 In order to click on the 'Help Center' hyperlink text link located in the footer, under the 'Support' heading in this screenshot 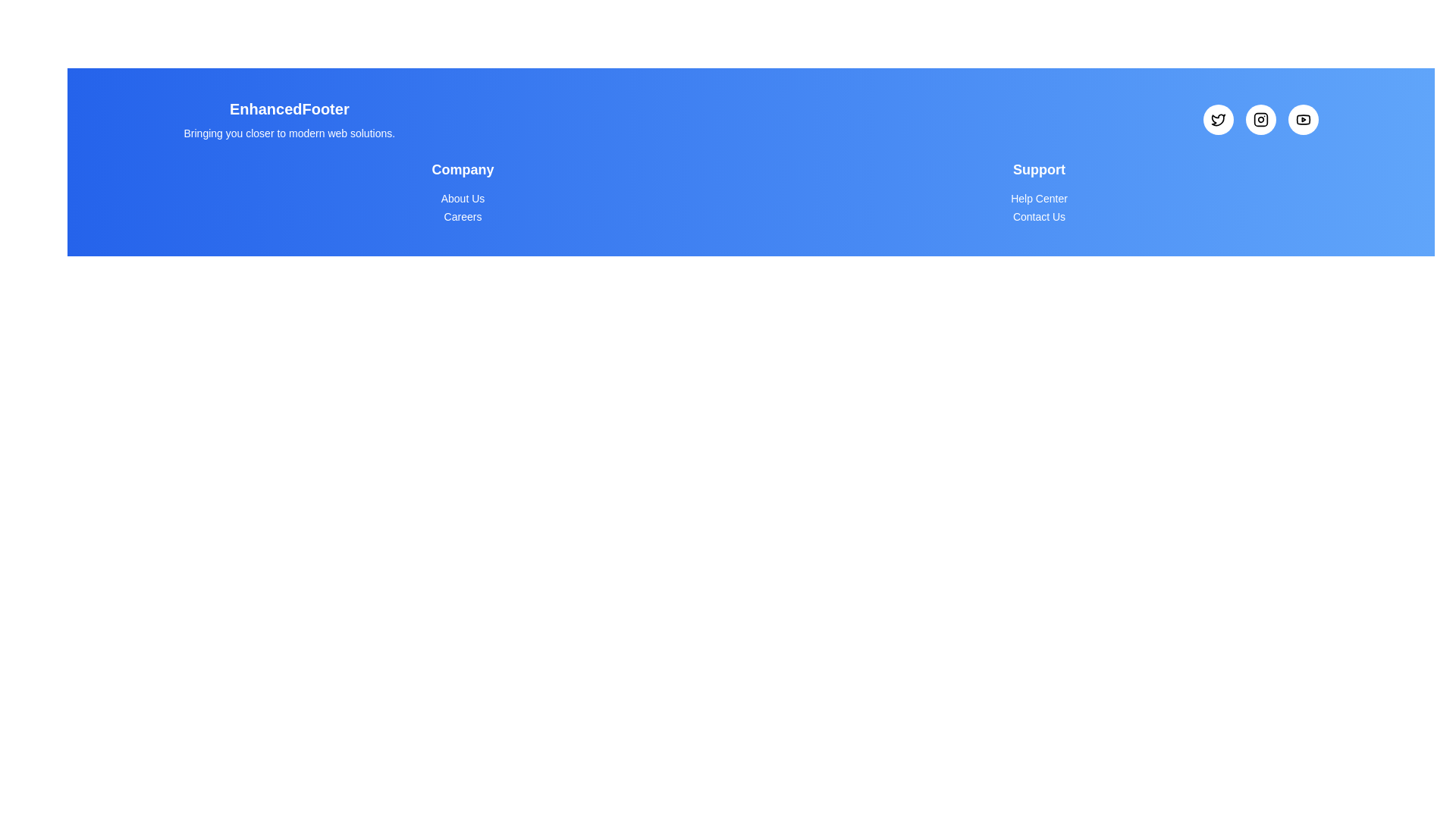, I will do `click(1038, 198)`.